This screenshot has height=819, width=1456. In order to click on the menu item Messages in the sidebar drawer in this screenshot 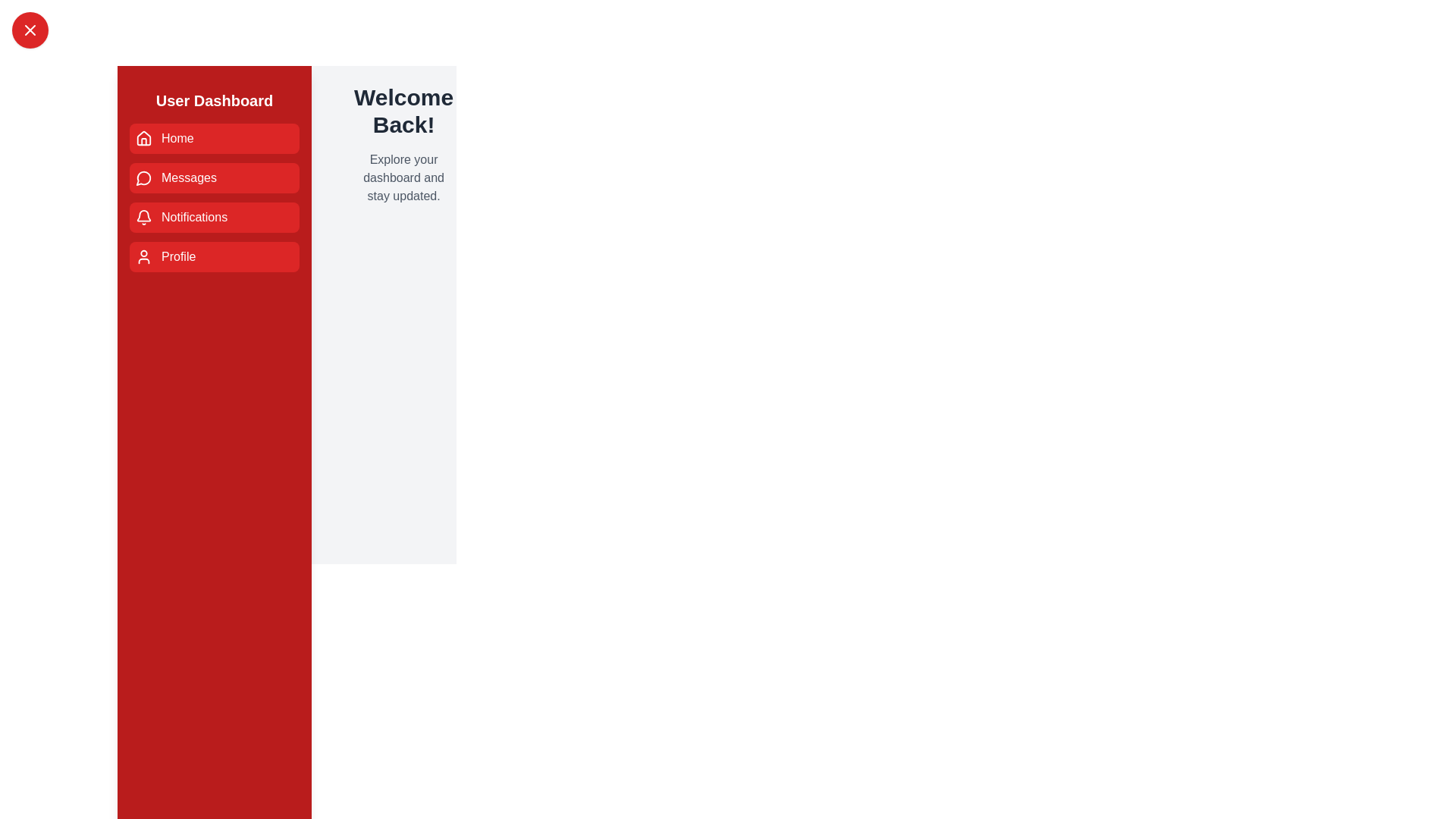, I will do `click(214, 177)`.